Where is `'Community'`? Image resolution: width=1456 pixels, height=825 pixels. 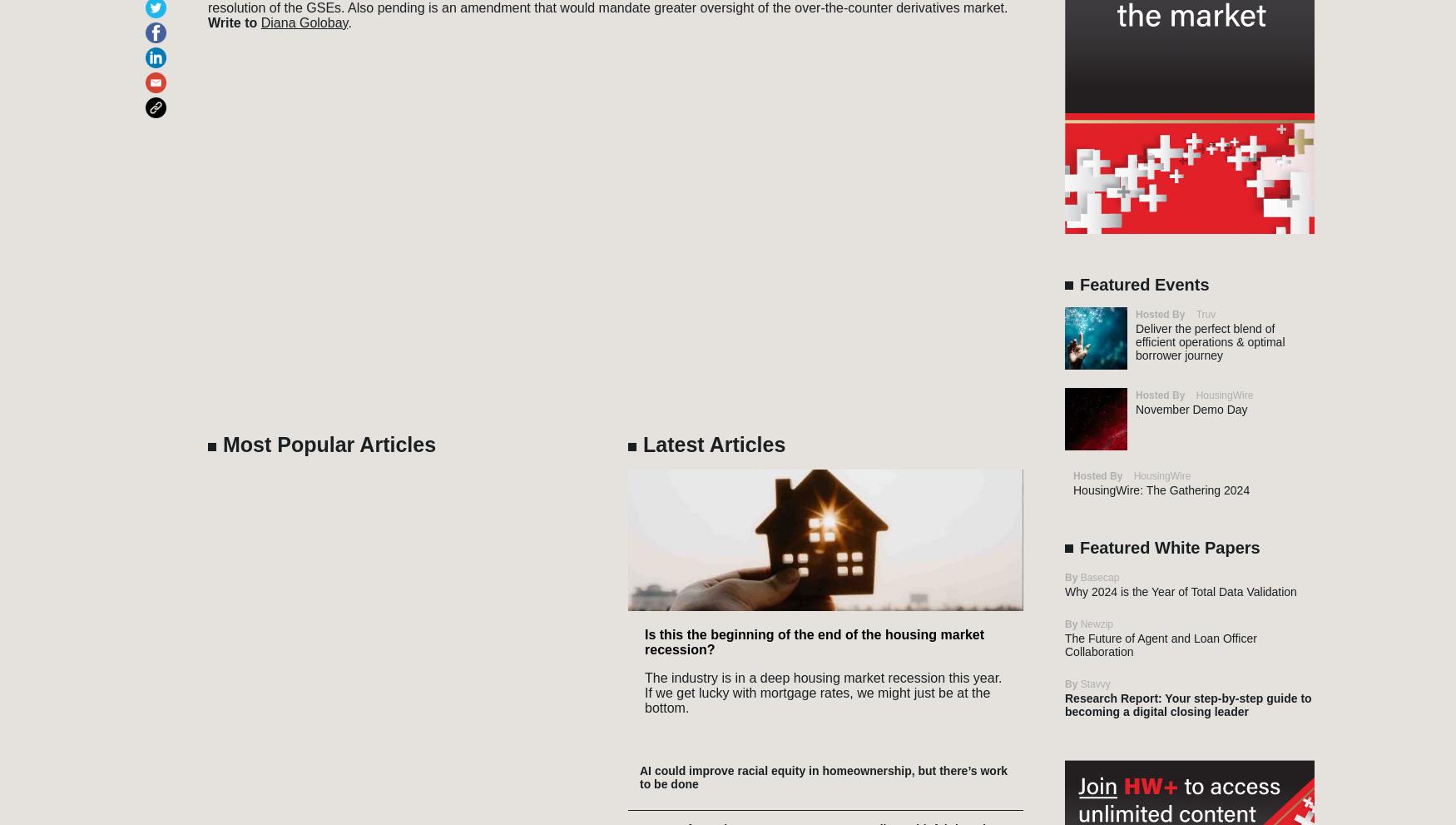 'Community' is located at coordinates (493, 600).